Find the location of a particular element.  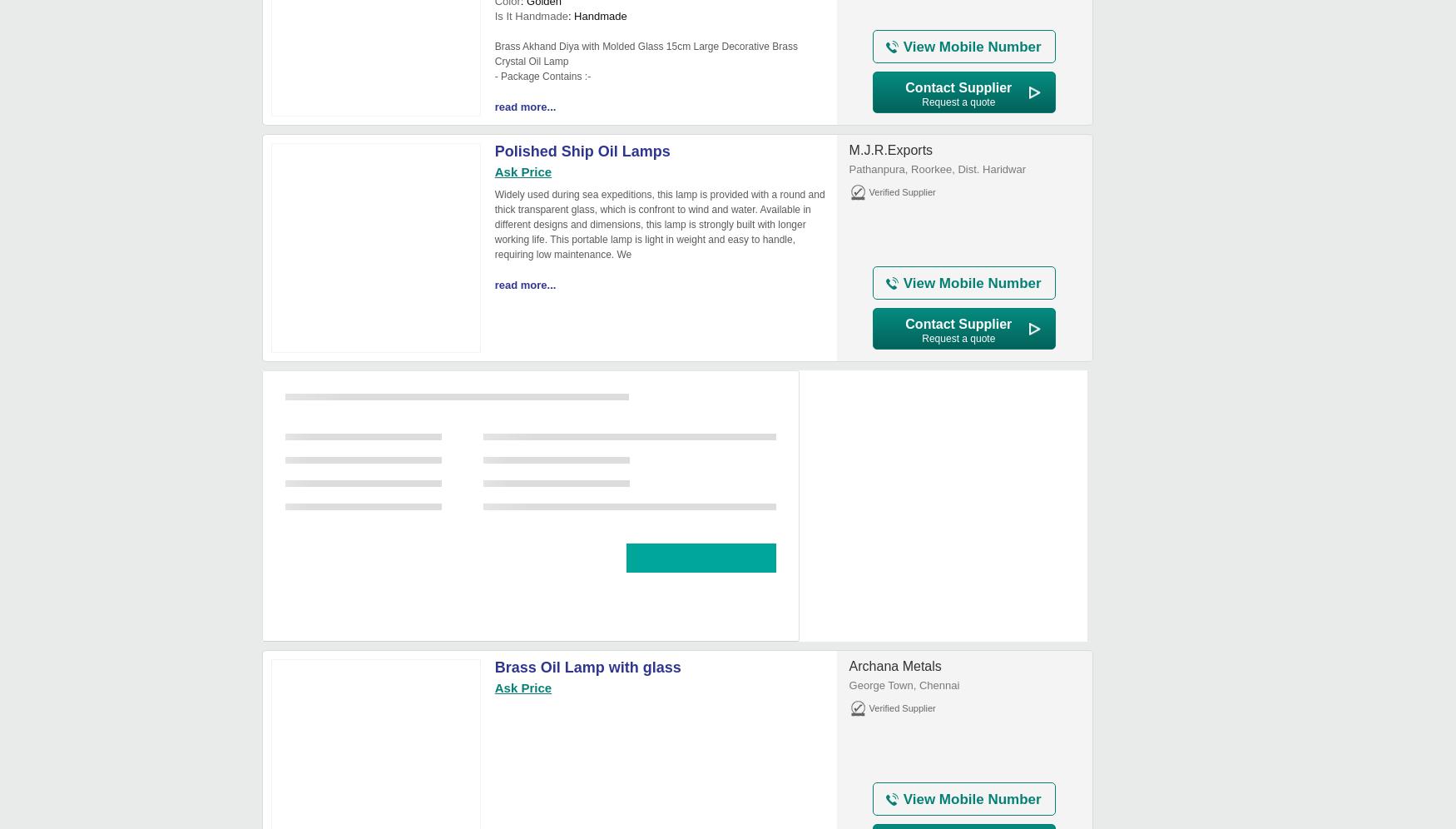

'Polished Ship Oil Lamps' is located at coordinates (582, 151).